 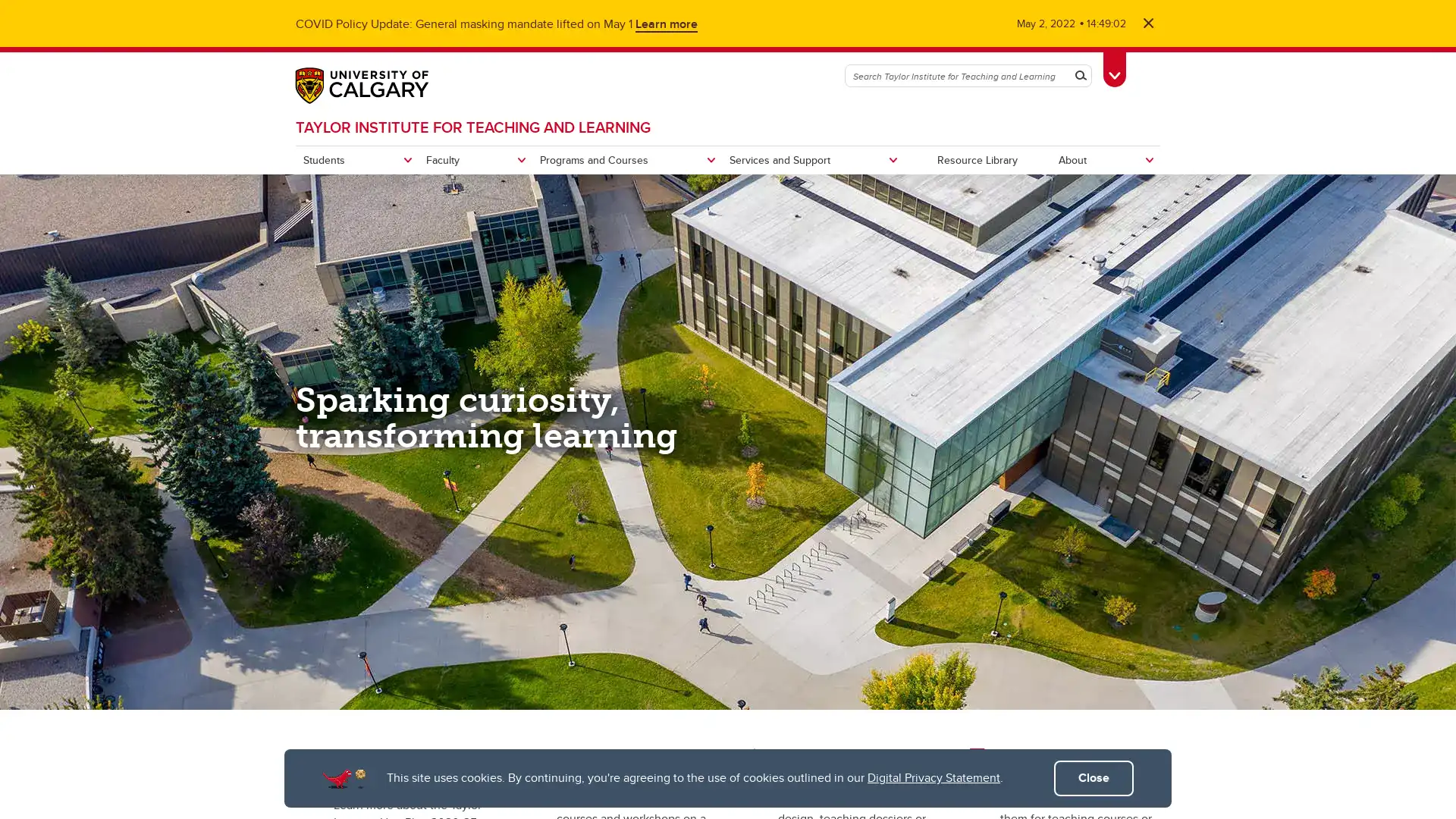 What do you see at coordinates (1080, 76) in the screenshot?
I see `Search` at bounding box center [1080, 76].